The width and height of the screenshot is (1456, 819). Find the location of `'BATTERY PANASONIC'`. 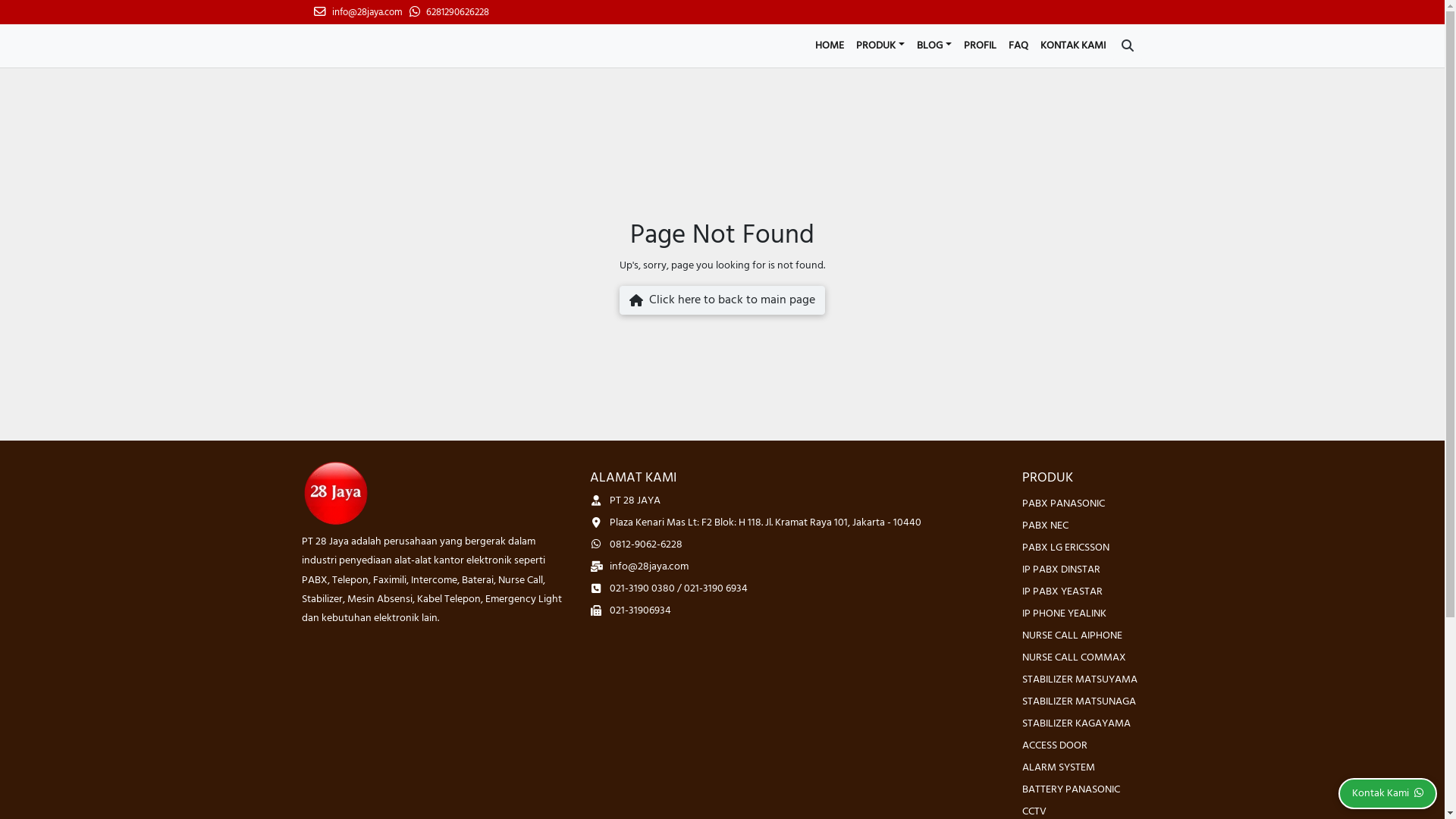

'BATTERY PANASONIC' is located at coordinates (1070, 789).